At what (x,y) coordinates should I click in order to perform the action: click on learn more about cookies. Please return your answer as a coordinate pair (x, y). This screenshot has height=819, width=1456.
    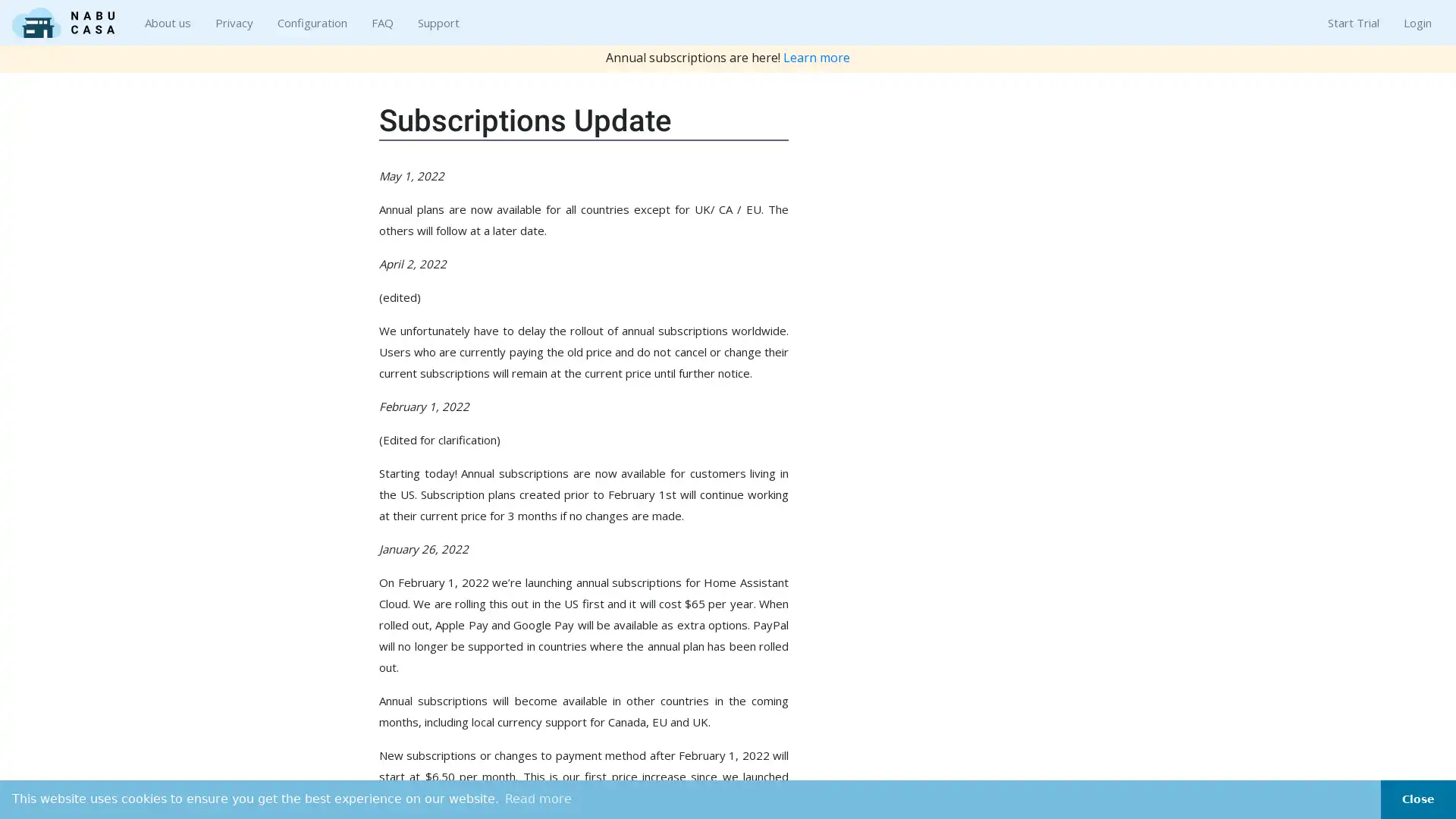
    Looking at the image, I should click on (538, 798).